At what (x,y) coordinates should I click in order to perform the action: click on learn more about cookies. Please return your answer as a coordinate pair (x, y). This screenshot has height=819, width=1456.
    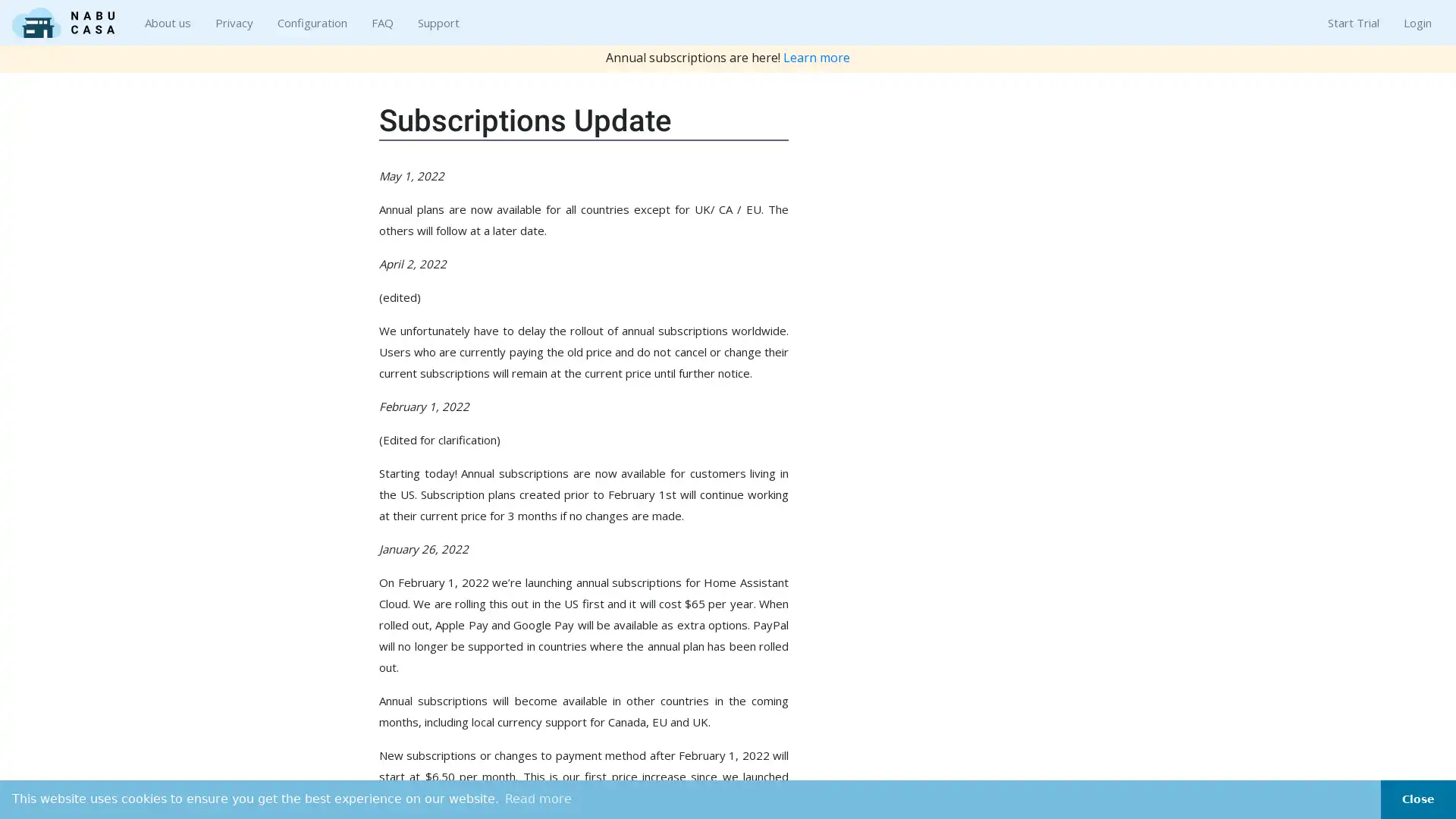
    Looking at the image, I should click on (538, 798).